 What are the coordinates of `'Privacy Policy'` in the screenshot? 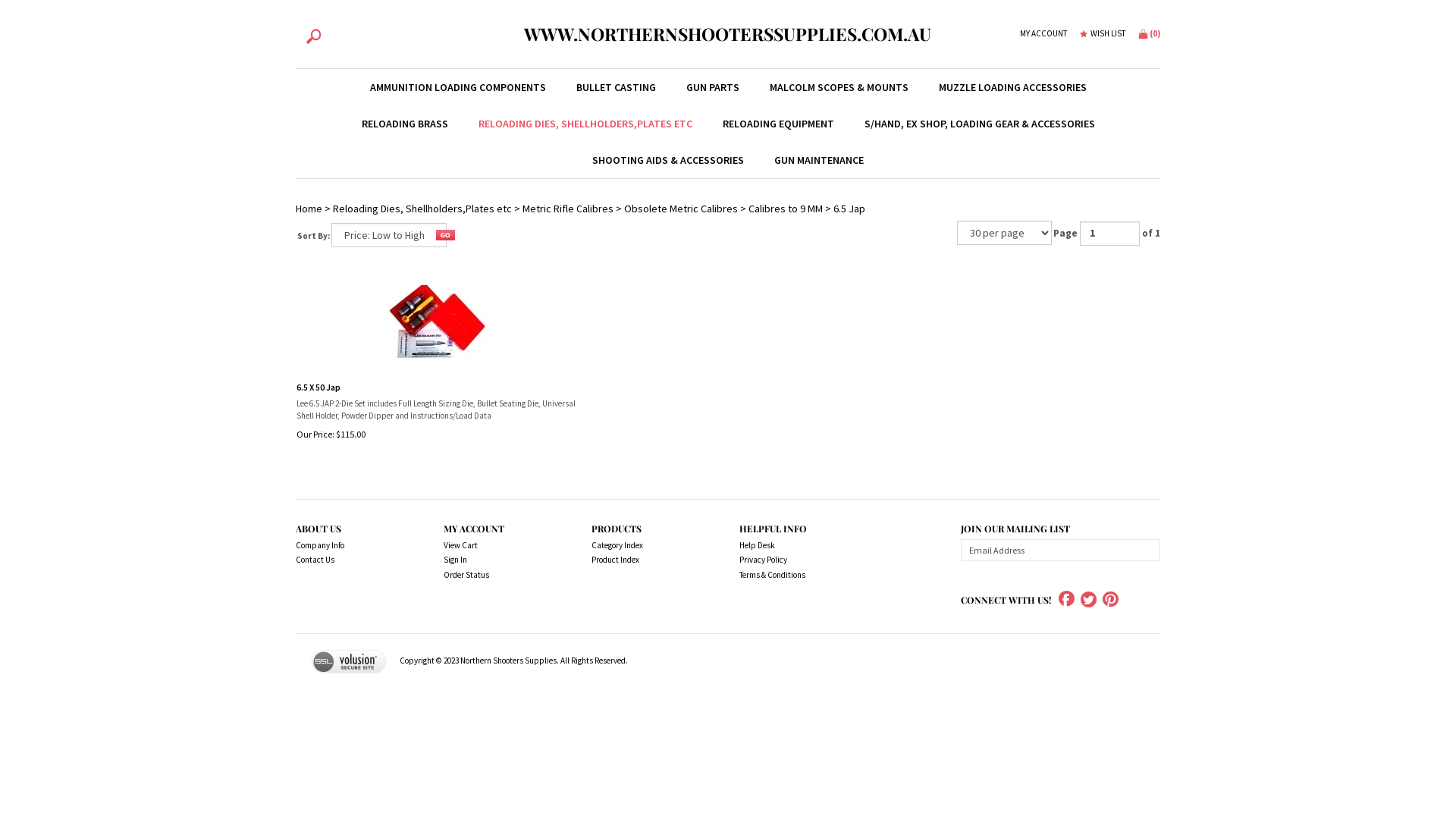 It's located at (795, 560).